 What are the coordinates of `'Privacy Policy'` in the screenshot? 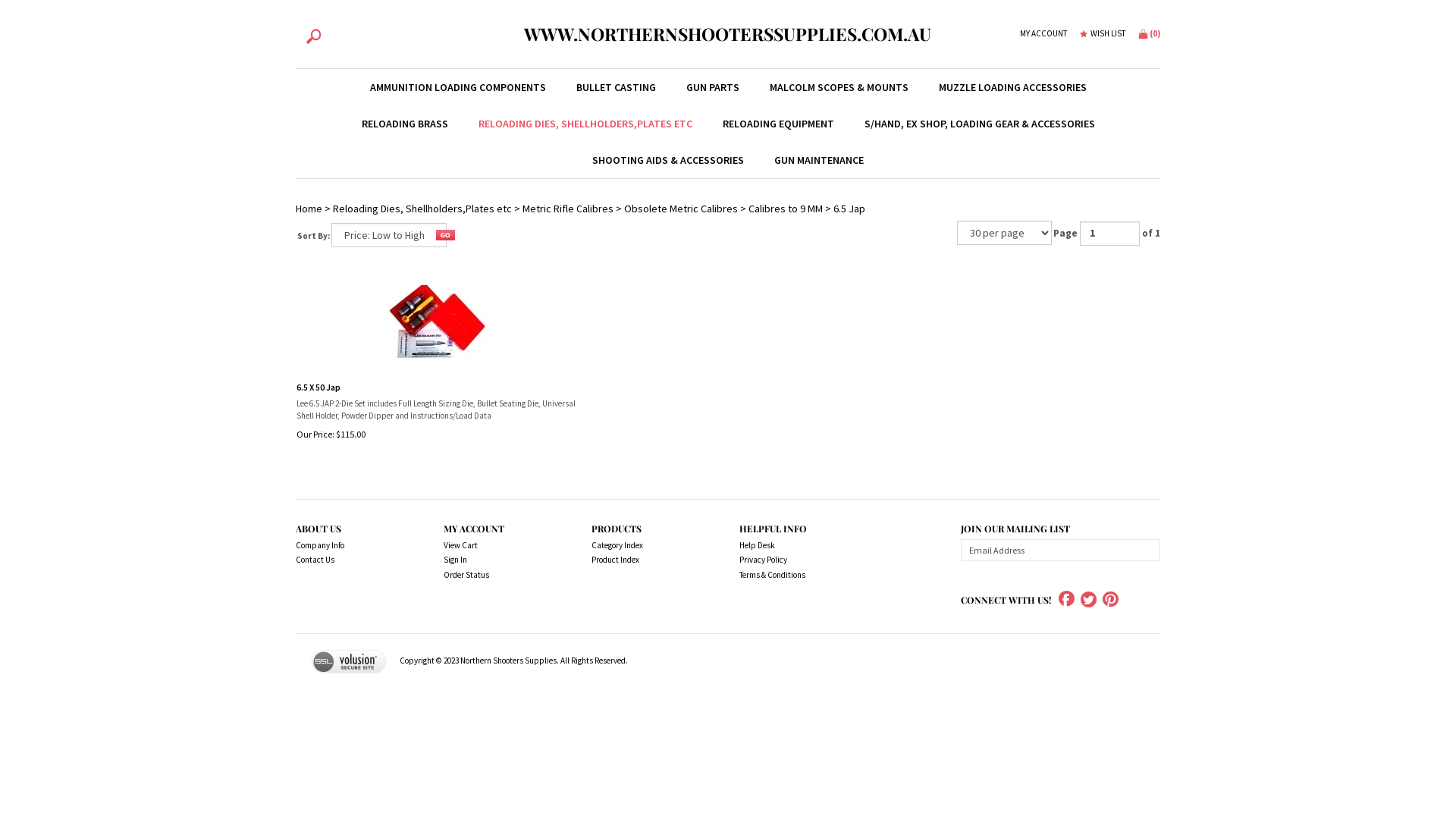 It's located at (795, 560).